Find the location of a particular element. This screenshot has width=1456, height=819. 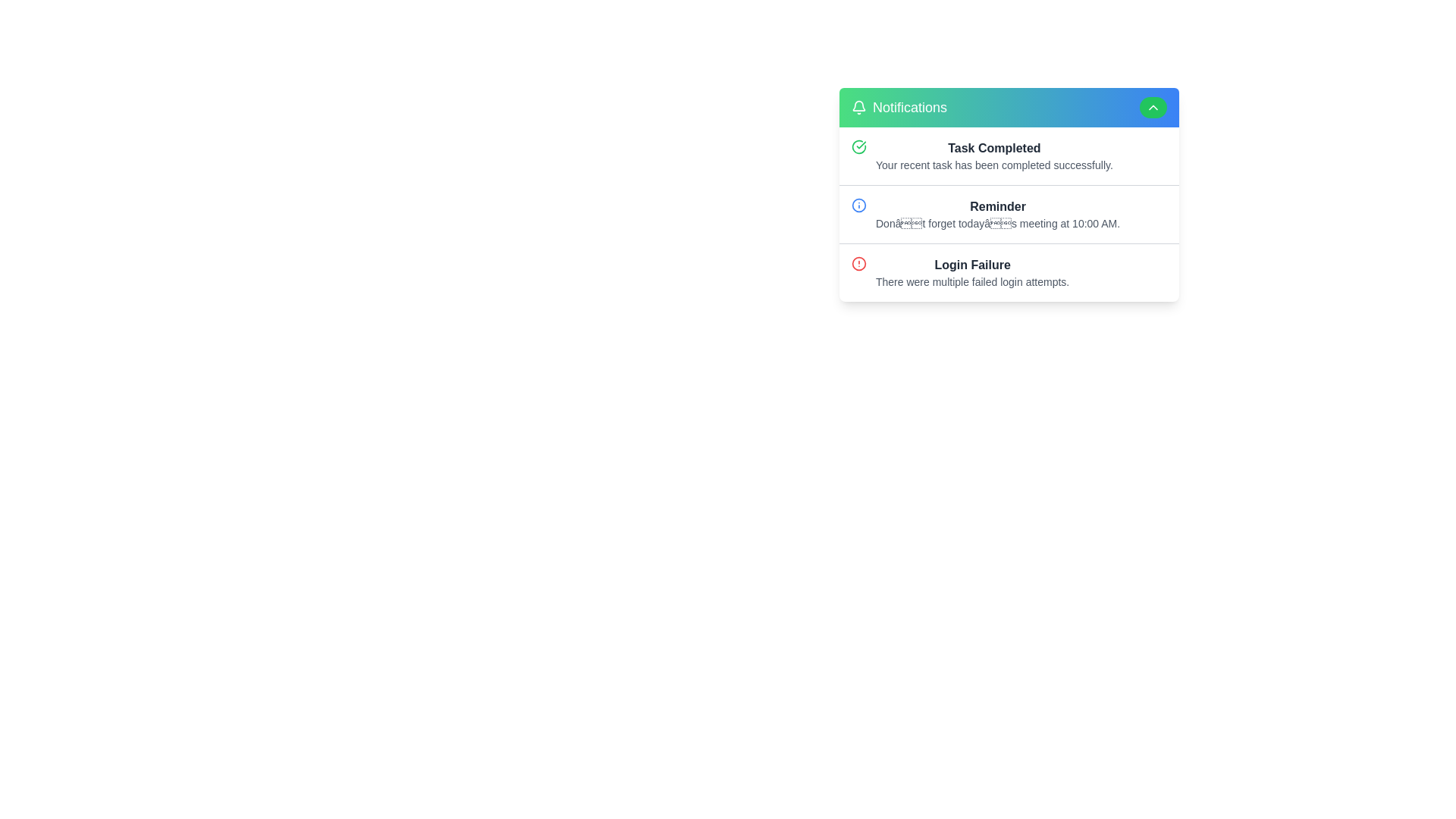

the 'Notifications' label, which displays the word in a medium-sized font with a green-to-blue gradient background, located at the top-left corner of the pop-up notifications panel is located at coordinates (910, 107).